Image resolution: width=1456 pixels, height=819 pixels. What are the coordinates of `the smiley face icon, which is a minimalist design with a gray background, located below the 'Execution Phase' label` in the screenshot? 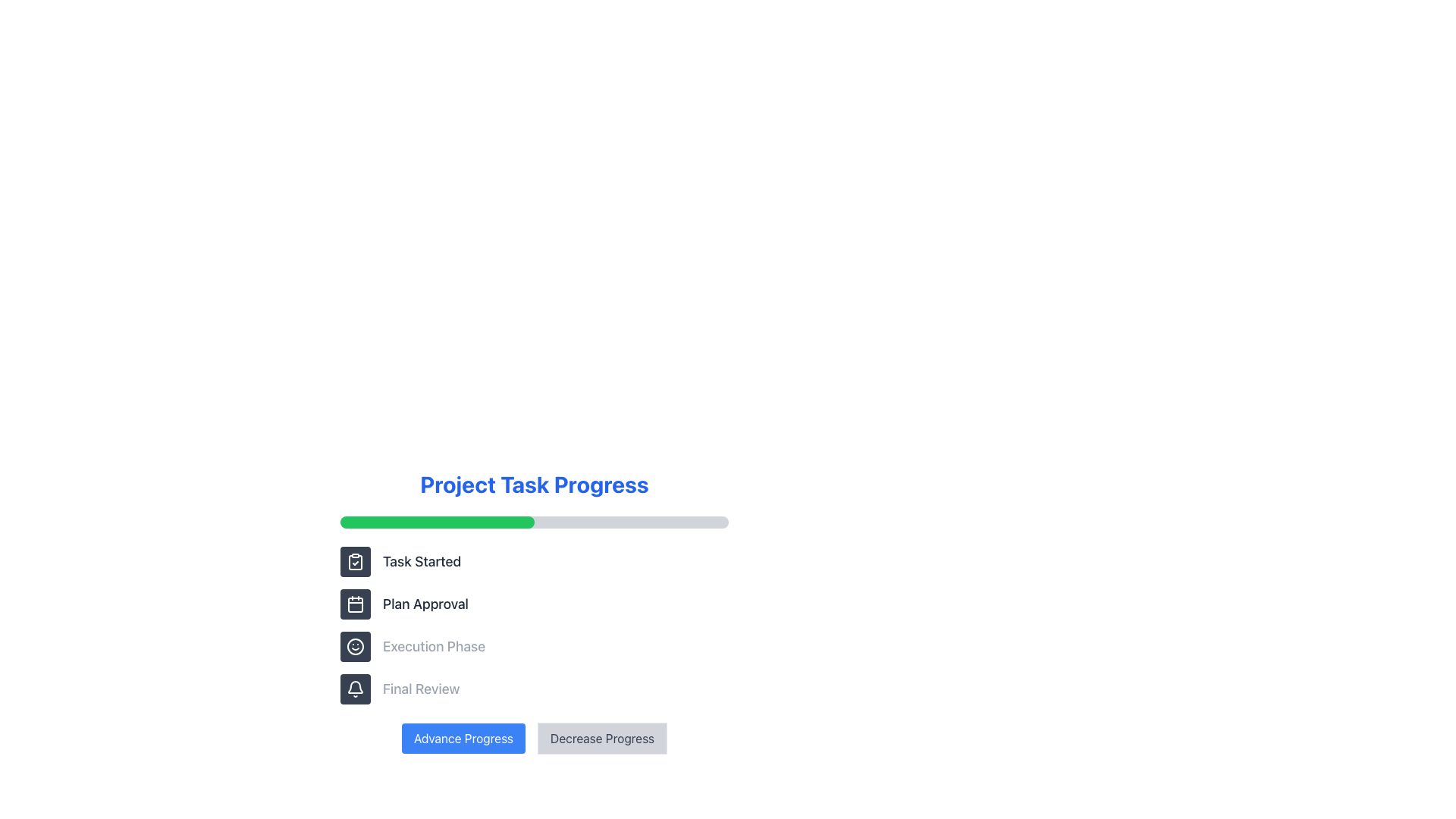 It's located at (355, 646).